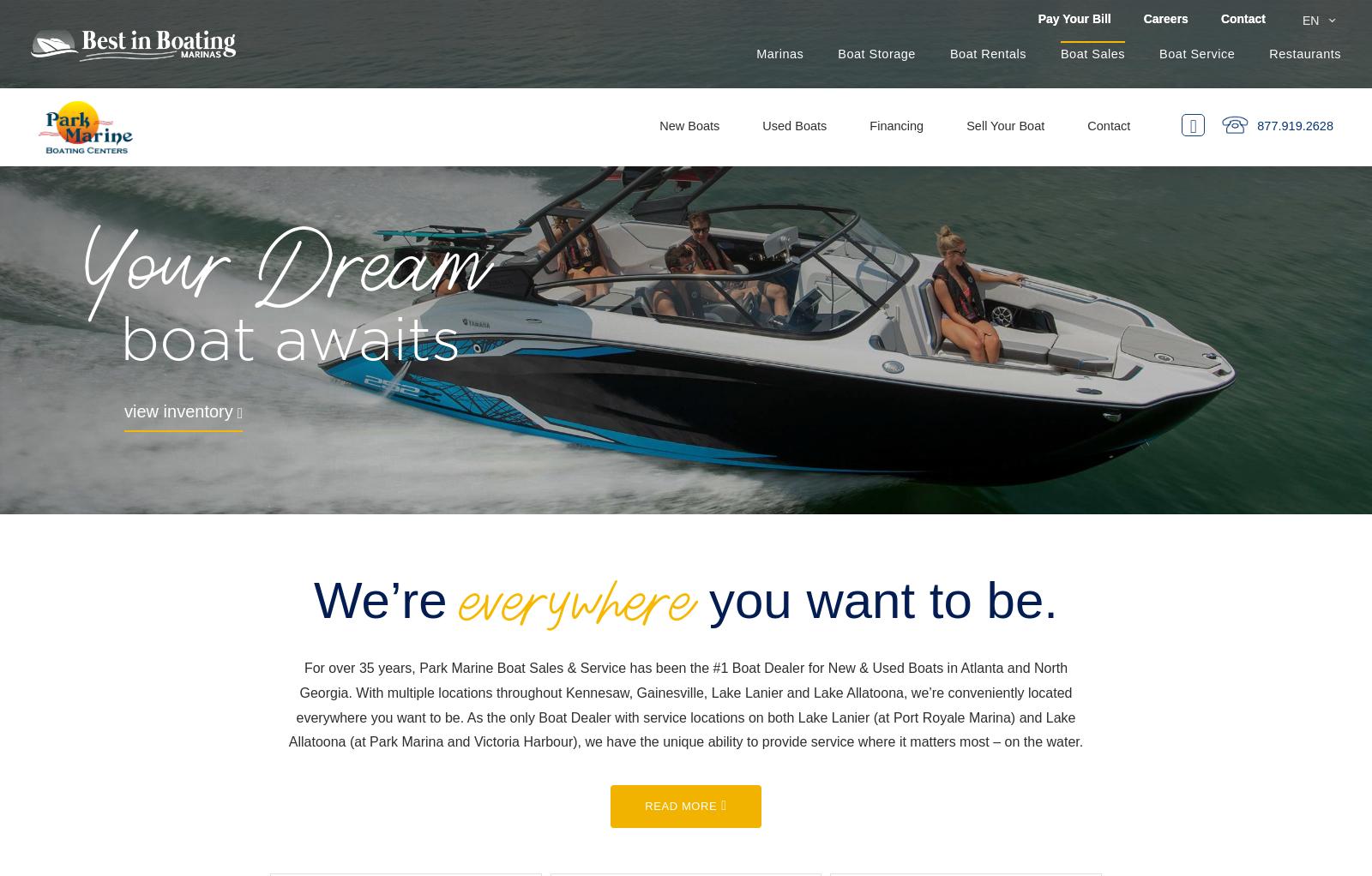 Image resolution: width=1372 pixels, height=876 pixels. Describe the element at coordinates (578, 608) in the screenshot. I see `'everywhere'` at that location.